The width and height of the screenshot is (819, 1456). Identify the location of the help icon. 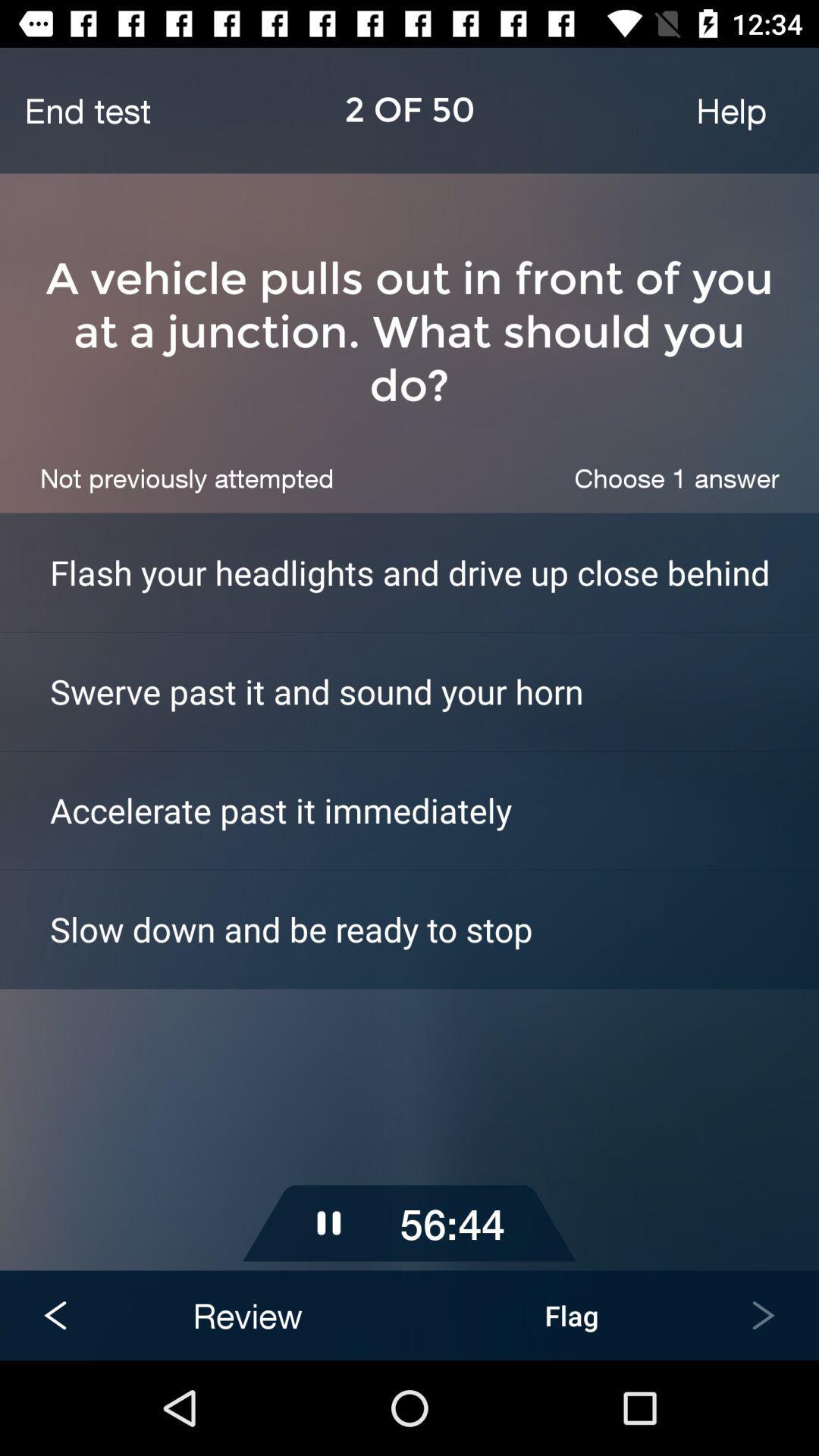
(730, 109).